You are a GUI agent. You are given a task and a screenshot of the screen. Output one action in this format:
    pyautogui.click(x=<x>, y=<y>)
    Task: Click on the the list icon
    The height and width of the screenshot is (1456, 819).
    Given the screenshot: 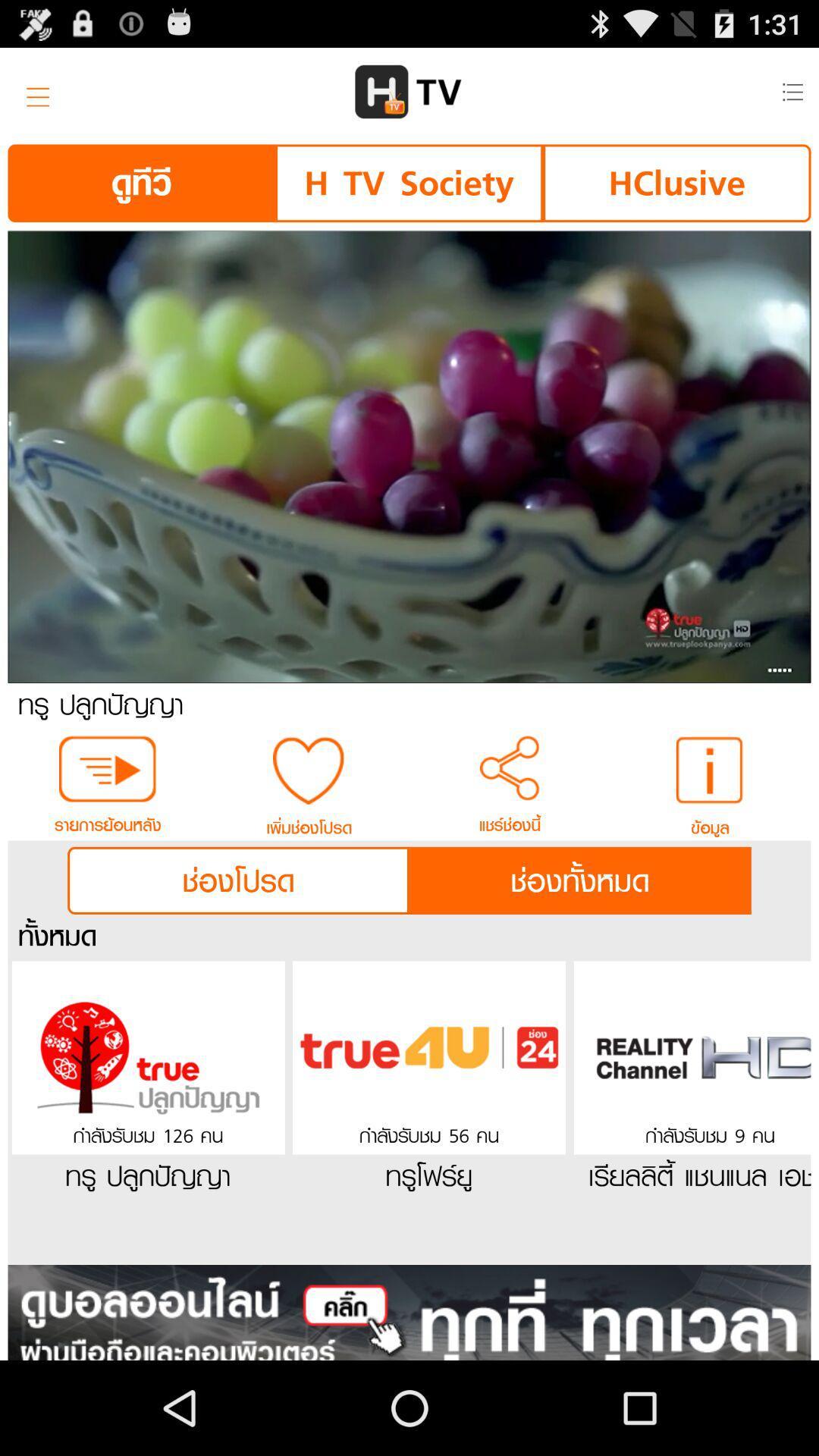 What is the action you would take?
    pyautogui.click(x=791, y=97)
    